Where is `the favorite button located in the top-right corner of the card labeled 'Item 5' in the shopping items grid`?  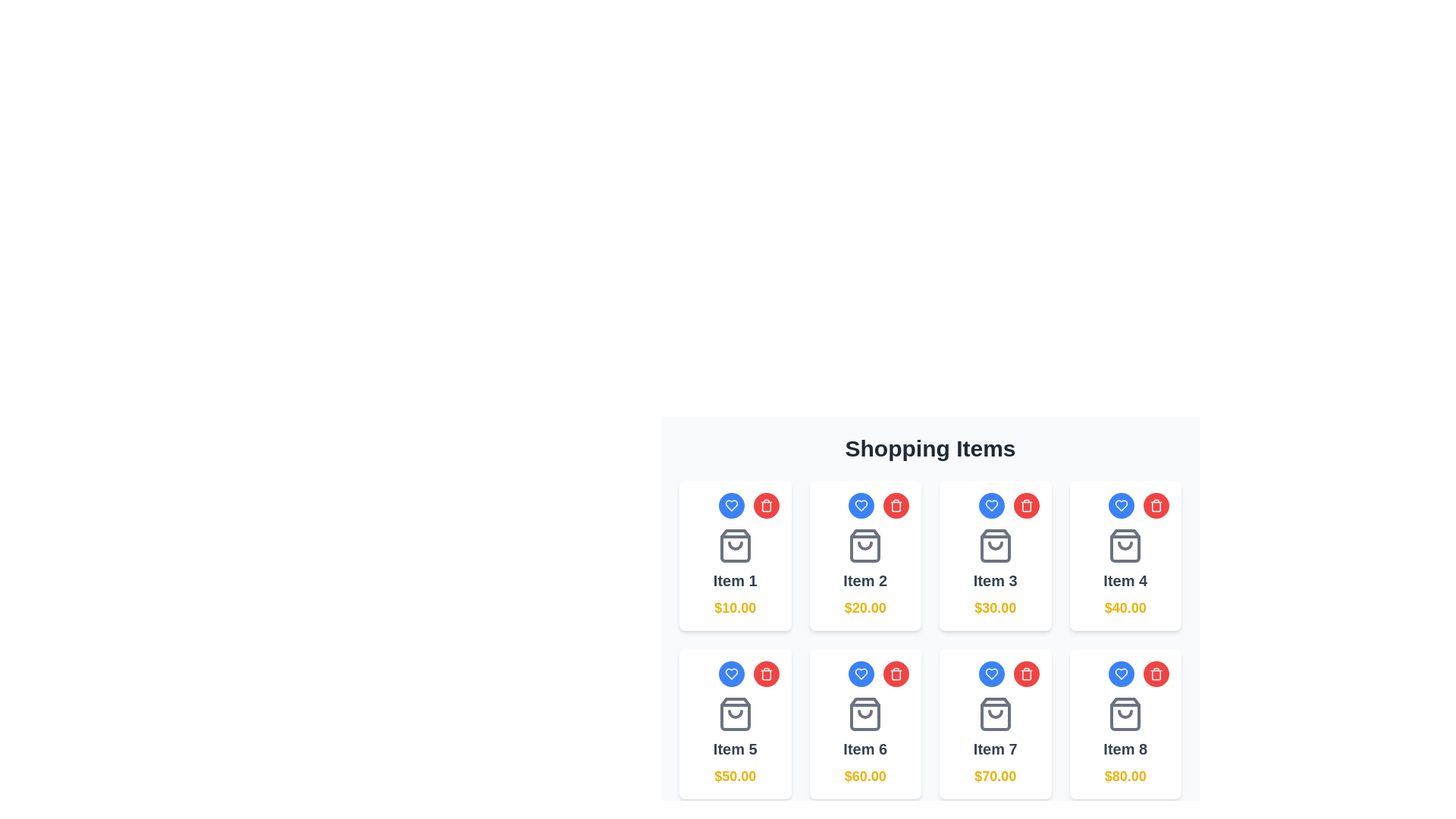 the favorite button located in the top-right corner of the card labeled 'Item 5' in the shopping items grid is located at coordinates (731, 673).